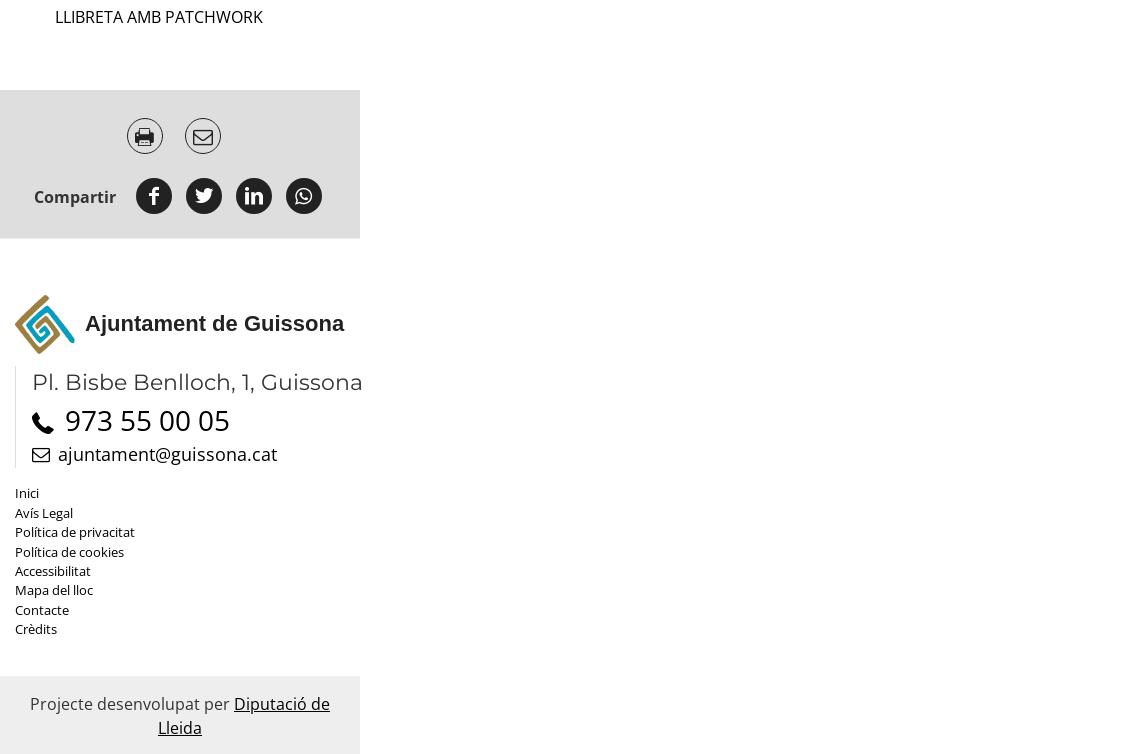 This screenshot has width=1139, height=754. I want to click on 'Ajuntament de Guissona', so click(213, 322).